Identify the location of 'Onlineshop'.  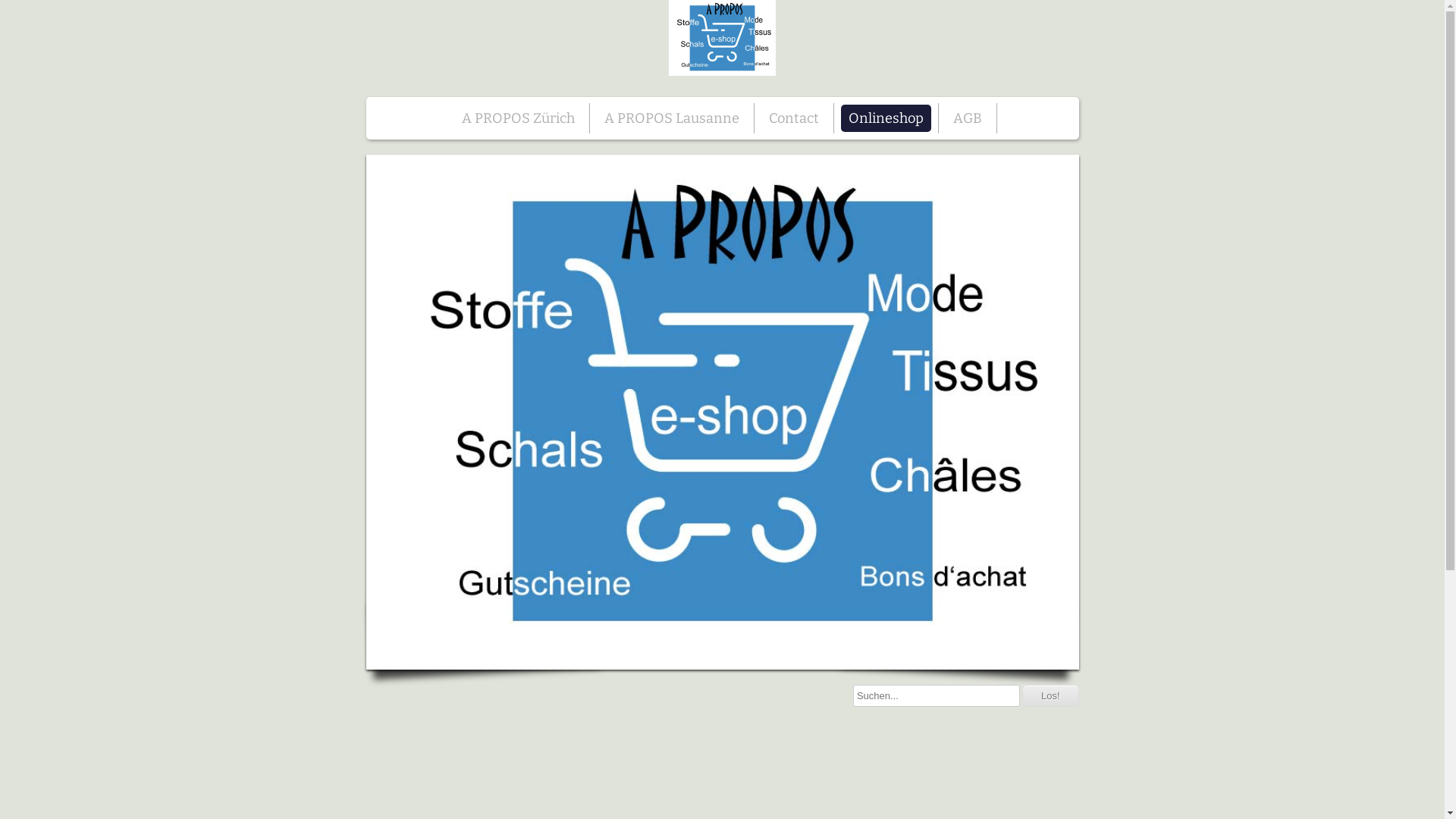
(886, 117).